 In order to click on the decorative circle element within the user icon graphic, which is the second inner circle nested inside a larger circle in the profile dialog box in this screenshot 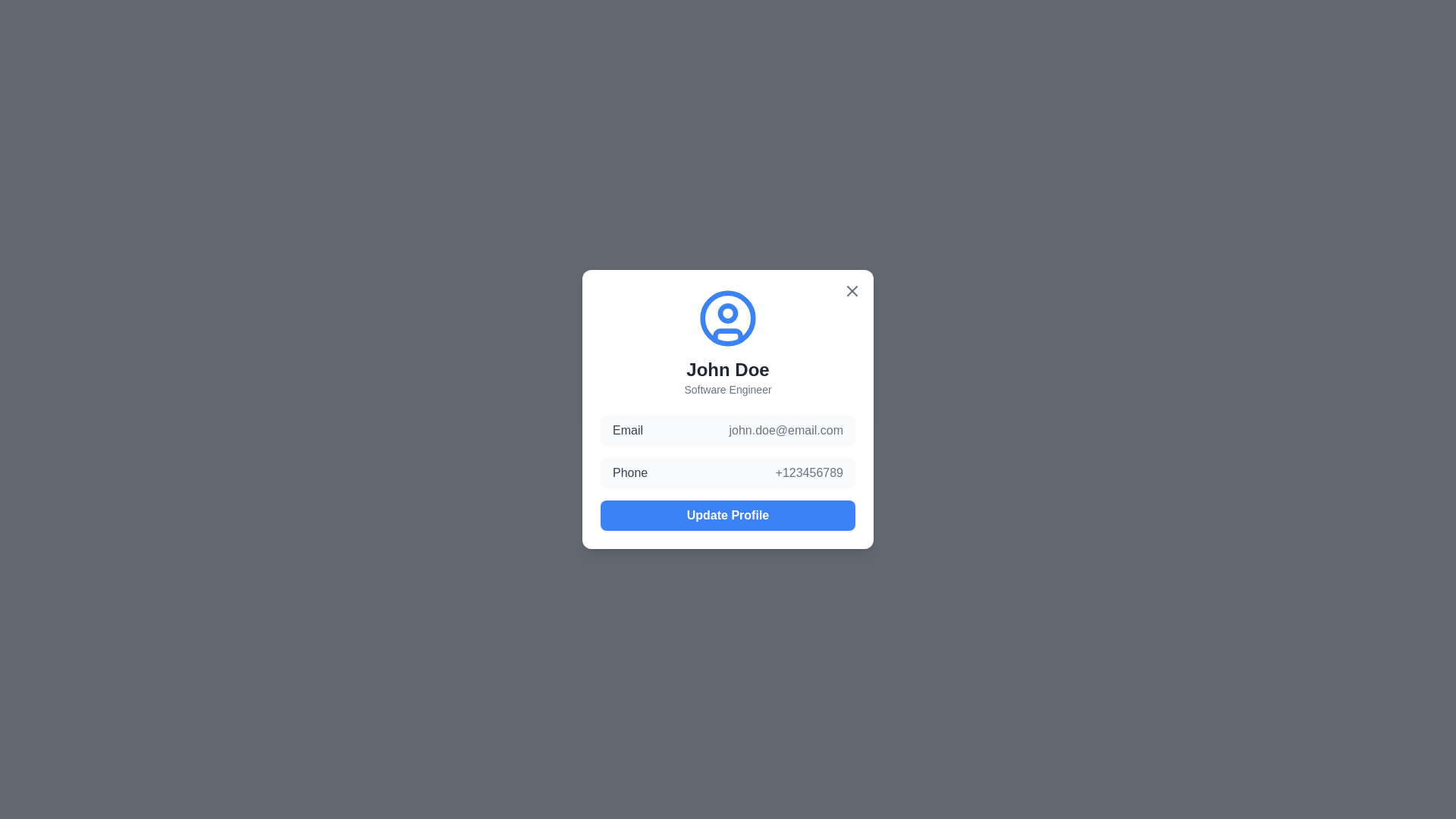, I will do `click(728, 312)`.